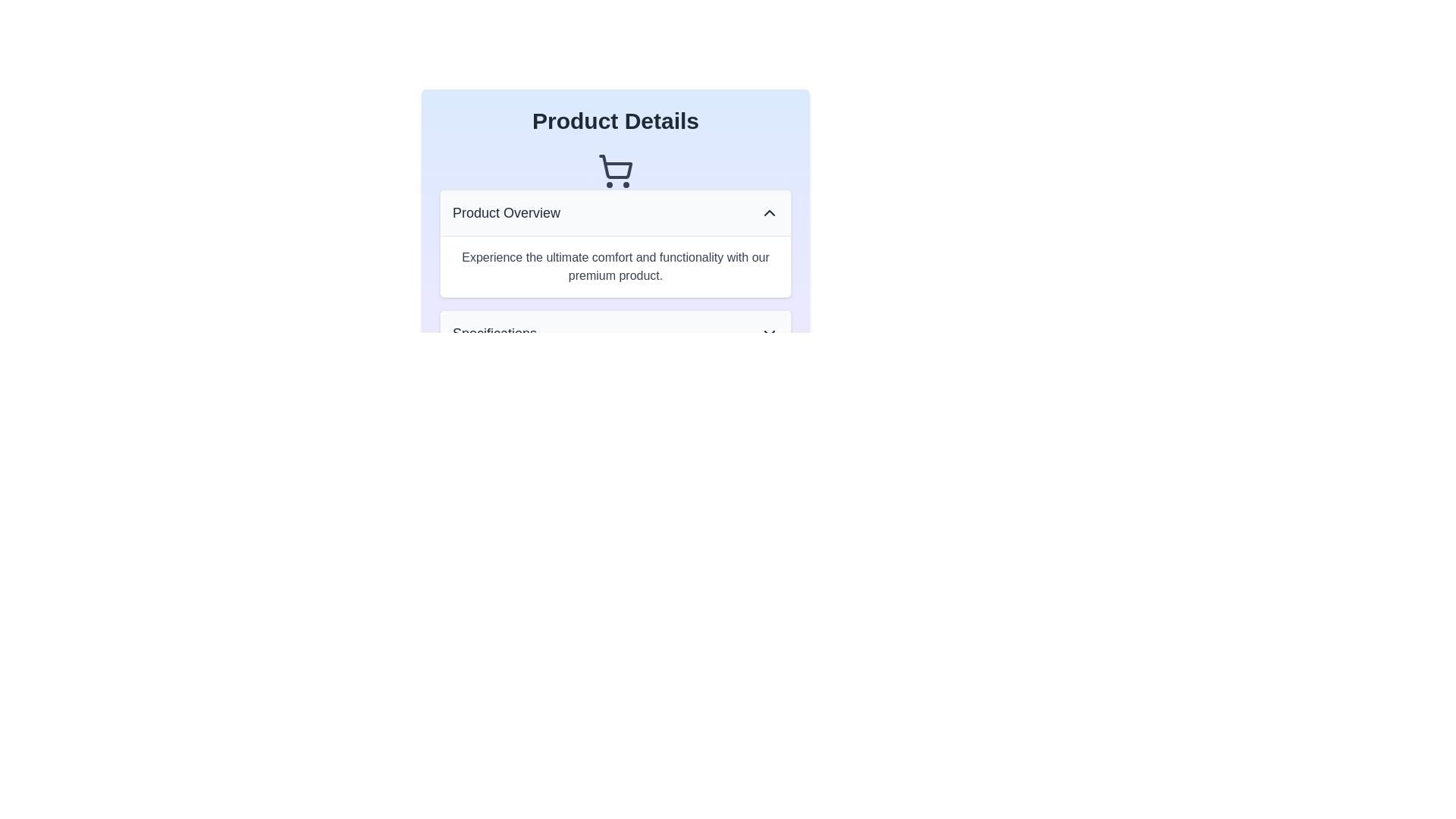 The height and width of the screenshot is (819, 1456). Describe the element at coordinates (769, 332) in the screenshot. I see `the downward chevron icon on the 'Specifications' title bar` at that location.